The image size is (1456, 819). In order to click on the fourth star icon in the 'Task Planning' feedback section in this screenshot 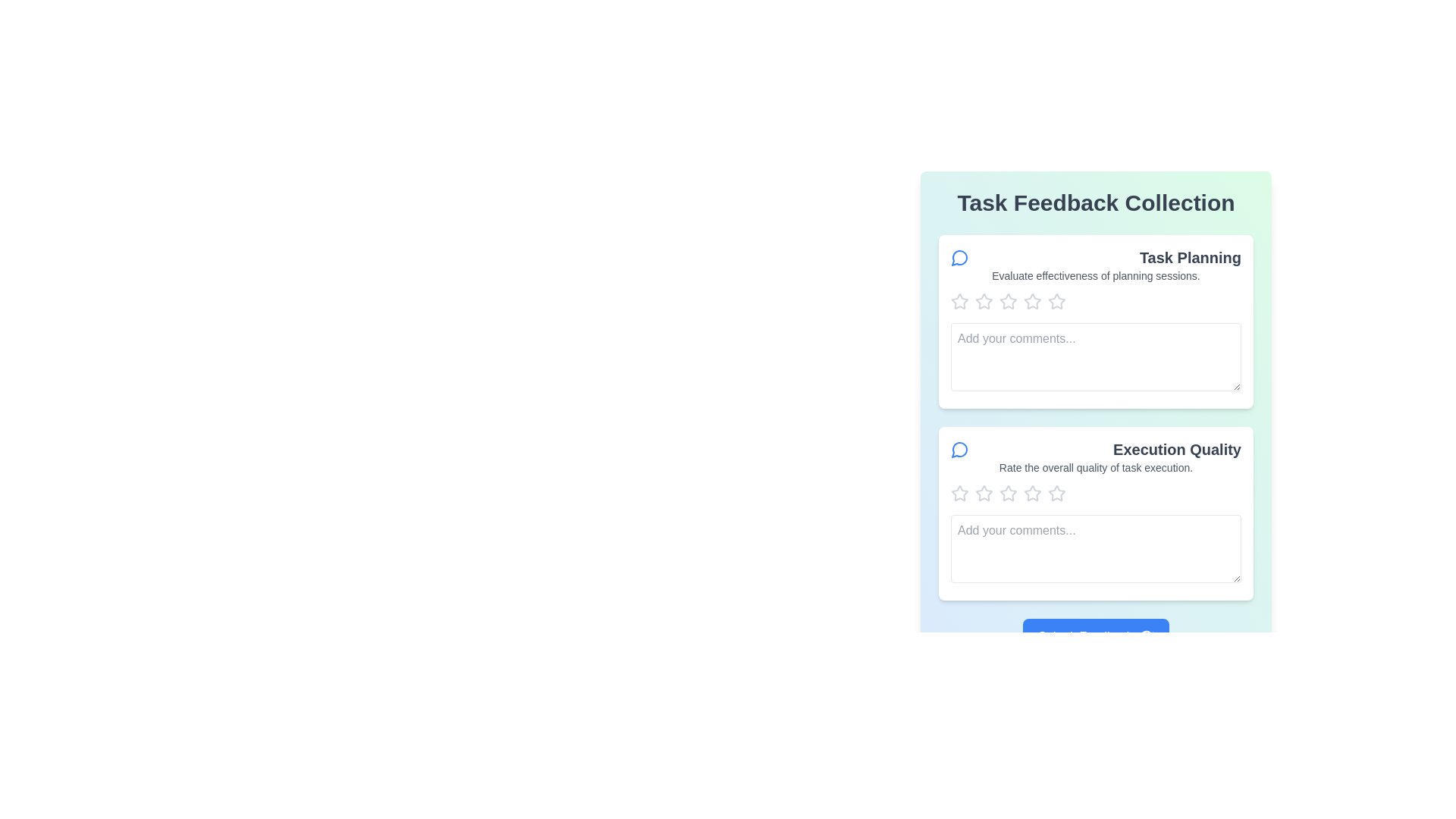, I will do `click(1055, 301)`.